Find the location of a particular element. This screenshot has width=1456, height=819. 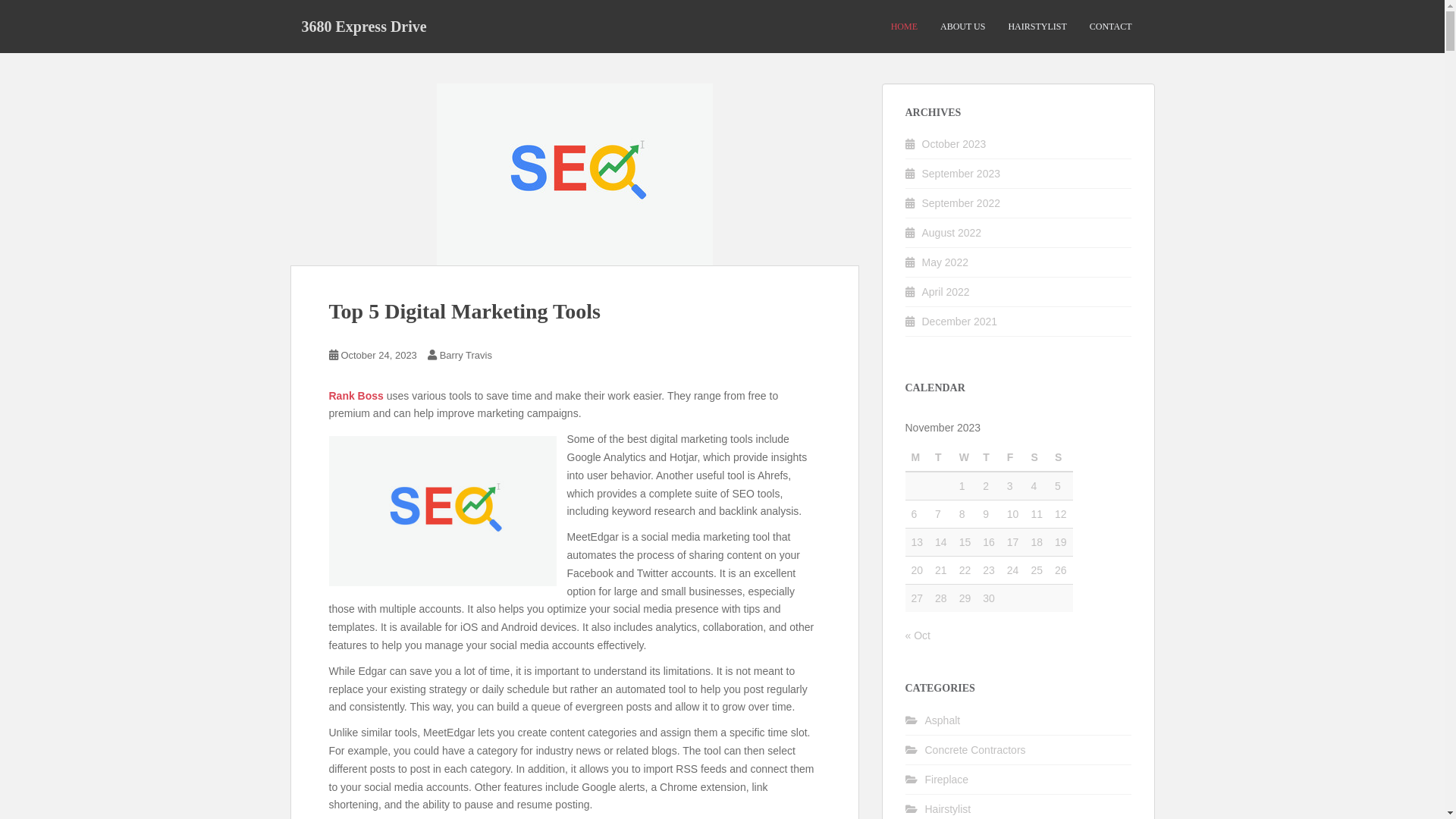

'Top 5 Digital Marketing Tools' is located at coordinates (464, 310).